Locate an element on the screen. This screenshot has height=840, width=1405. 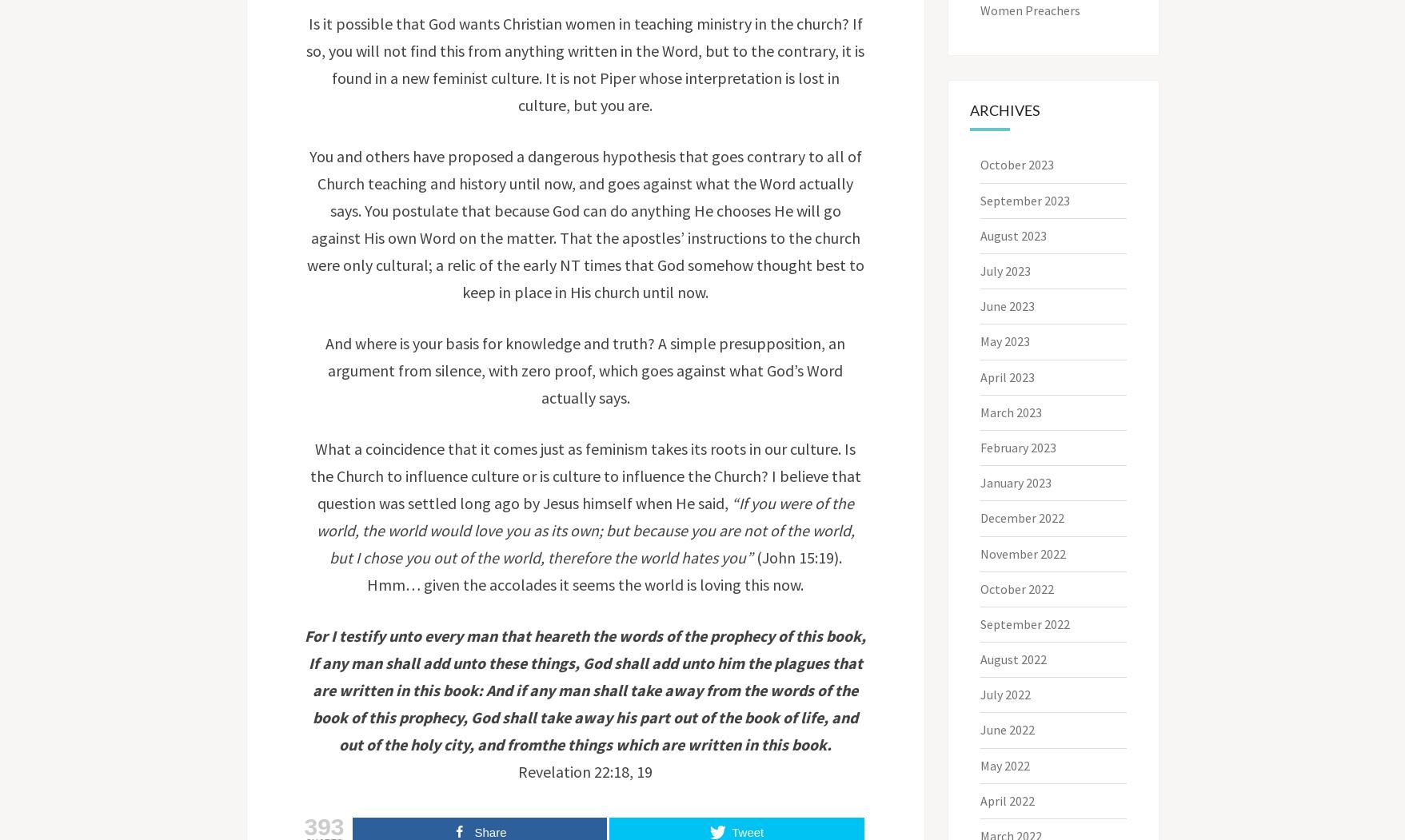
'Tweet' is located at coordinates (747, 831).